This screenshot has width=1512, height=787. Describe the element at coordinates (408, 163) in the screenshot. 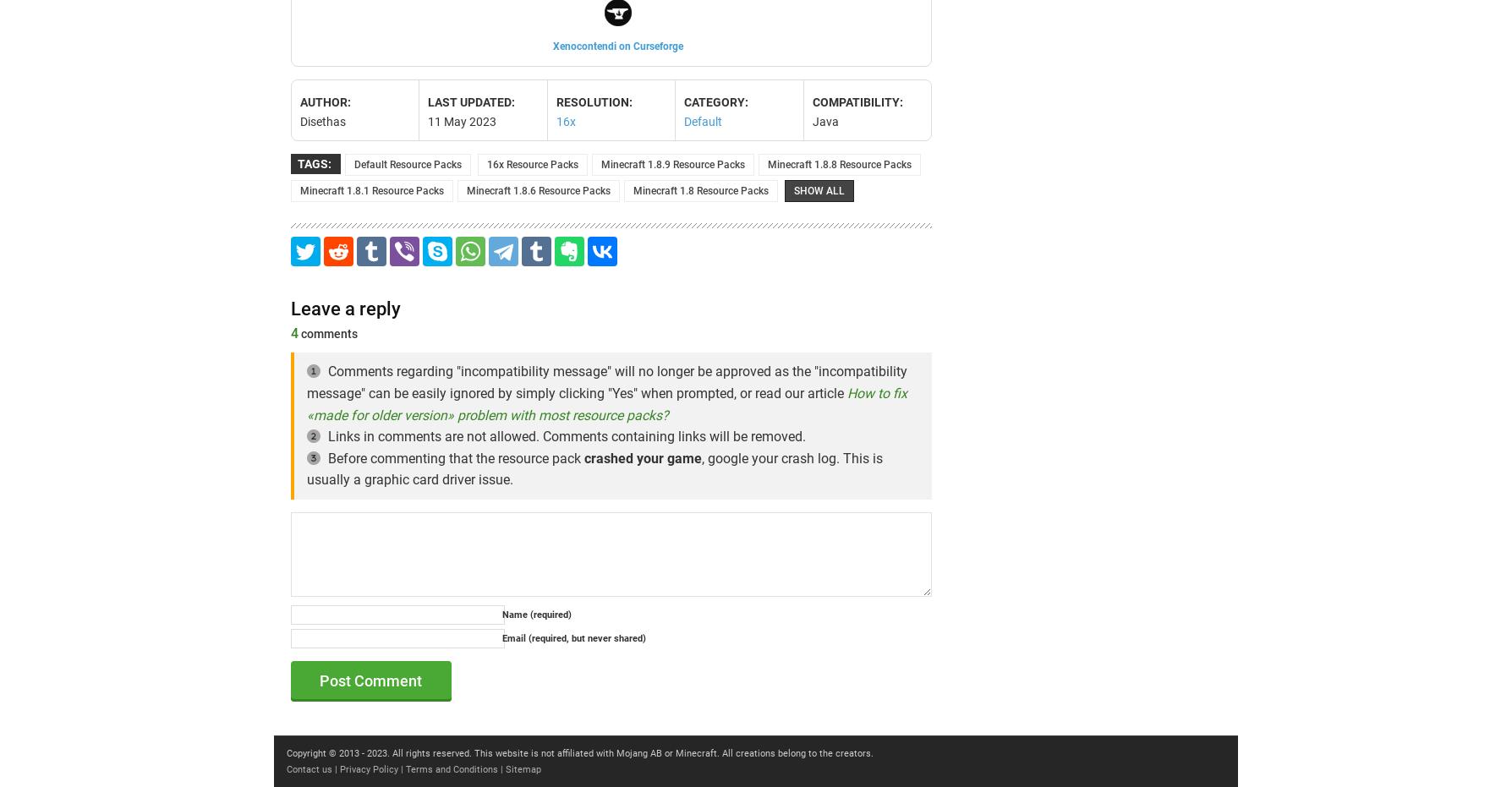

I see `'Default Resource Packs'` at that location.